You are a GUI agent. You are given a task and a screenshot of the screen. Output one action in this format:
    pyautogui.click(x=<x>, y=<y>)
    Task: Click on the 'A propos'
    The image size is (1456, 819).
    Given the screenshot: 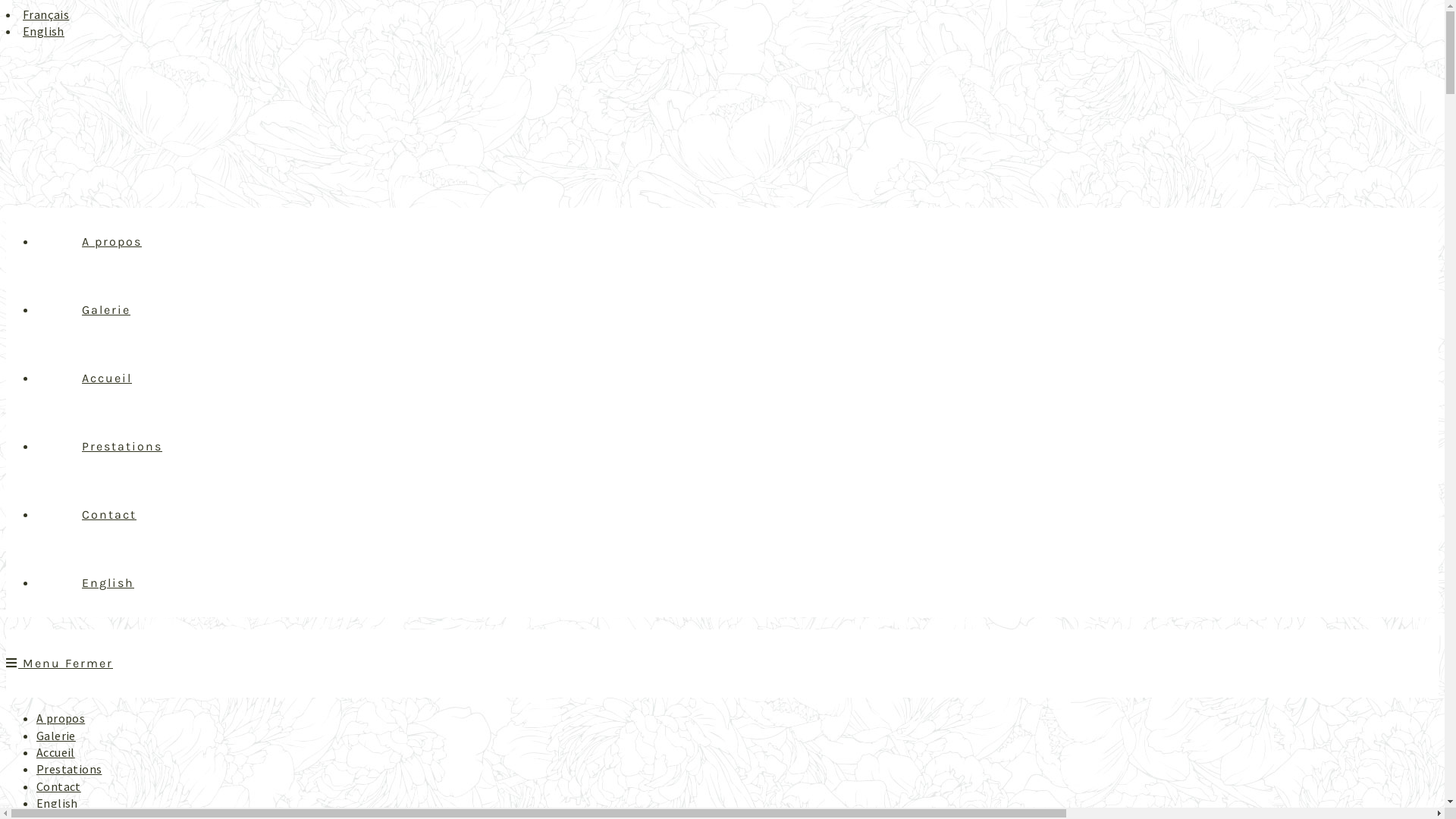 What is the action you would take?
    pyautogui.click(x=111, y=240)
    